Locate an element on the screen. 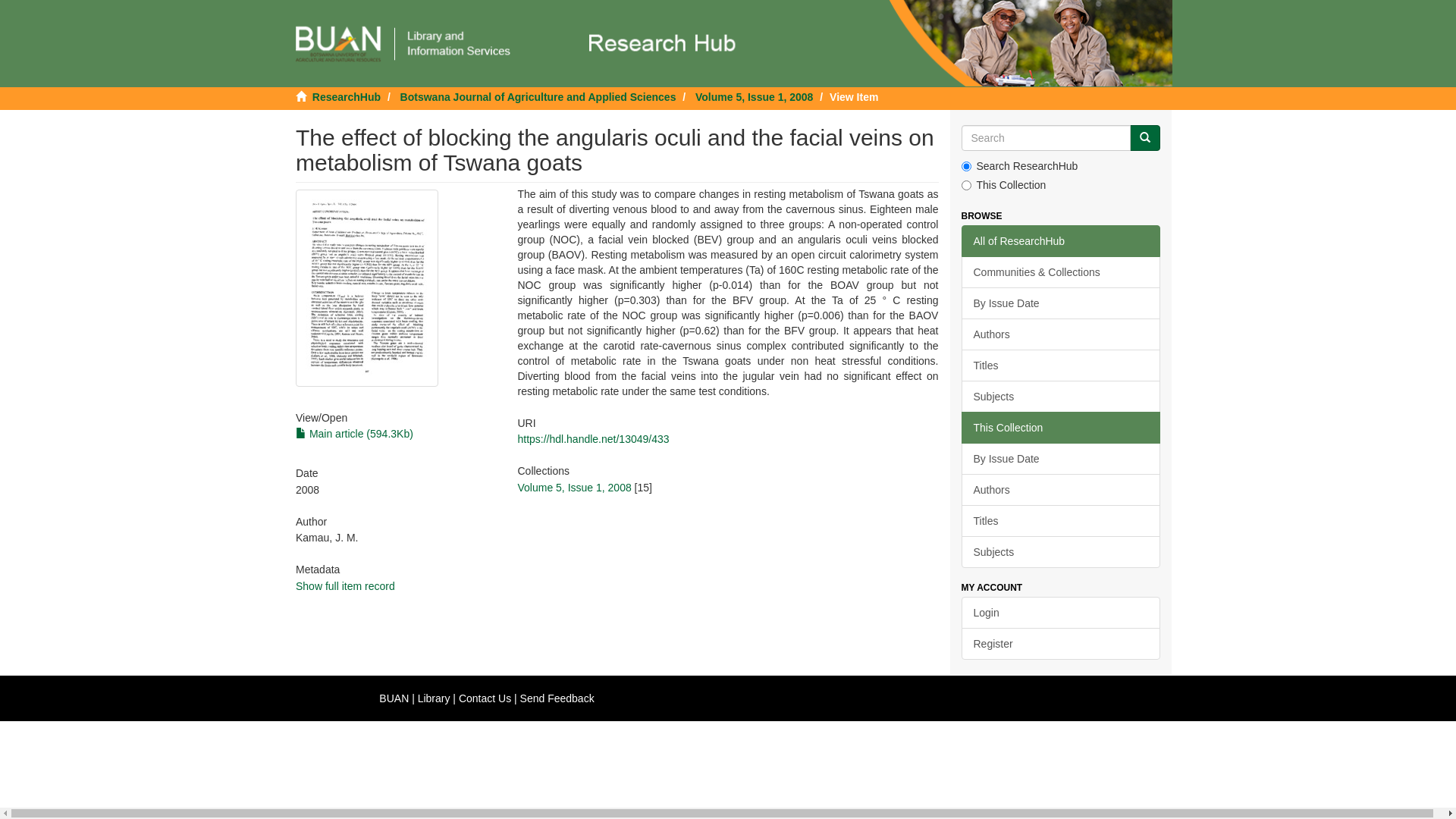 Image resolution: width=1456 pixels, height=819 pixels. 'Library' is located at coordinates (433, 698).